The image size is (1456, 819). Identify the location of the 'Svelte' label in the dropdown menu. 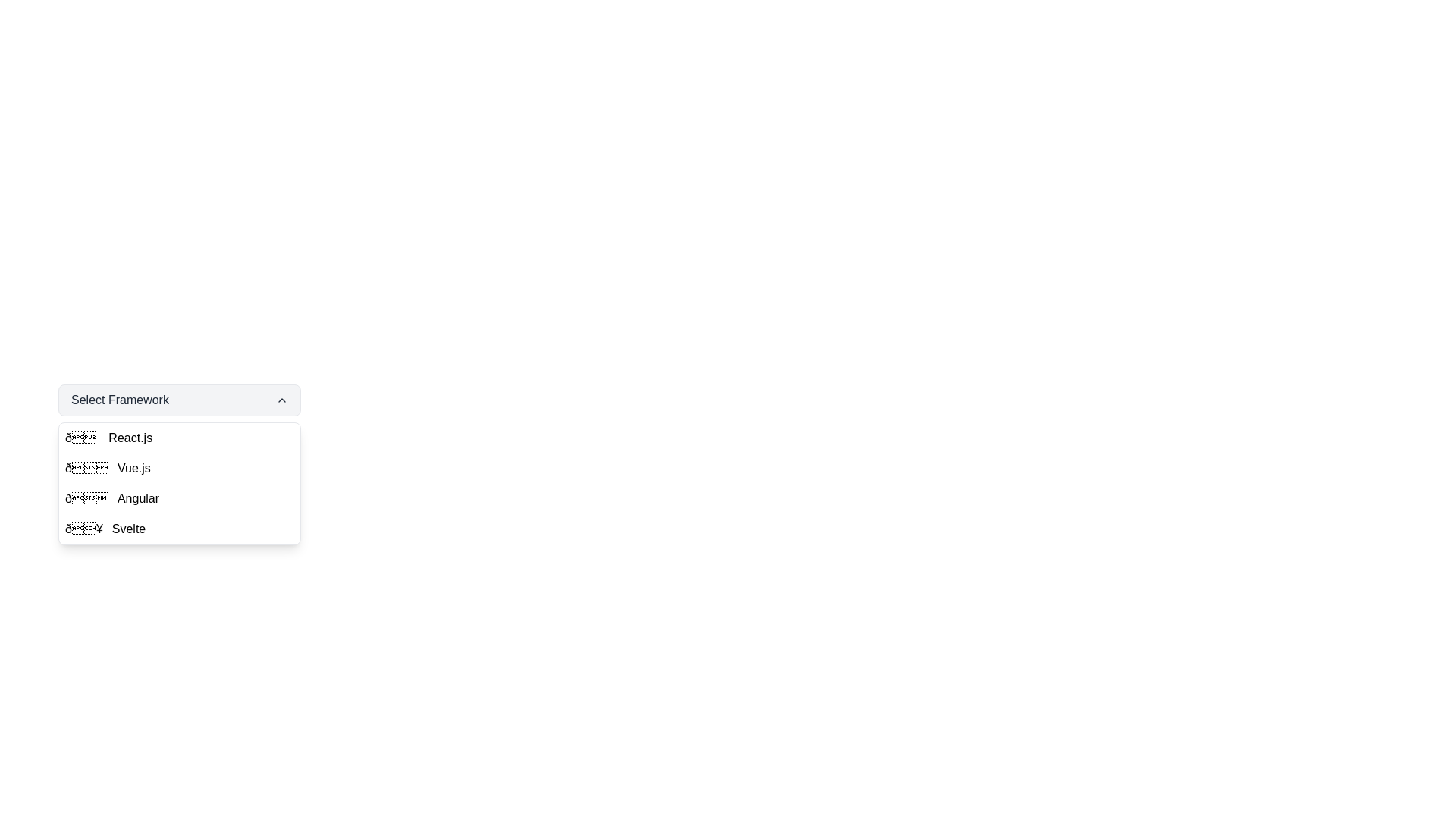
(129, 529).